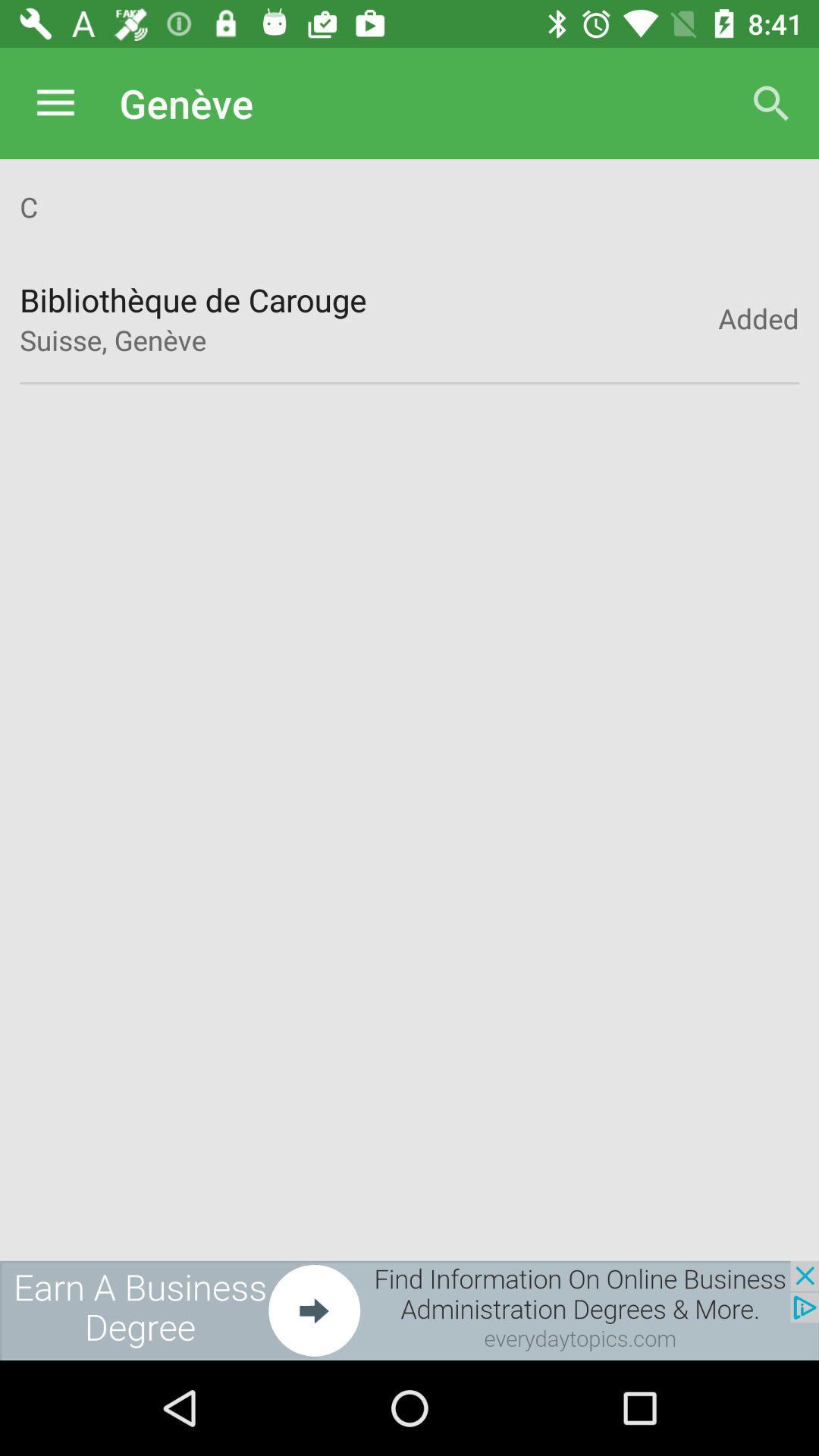 The width and height of the screenshot is (819, 1456). What do you see at coordinates (409, 1310) in the screenshot?
I see `the advertisement page` at bounding box center [409, 1310].